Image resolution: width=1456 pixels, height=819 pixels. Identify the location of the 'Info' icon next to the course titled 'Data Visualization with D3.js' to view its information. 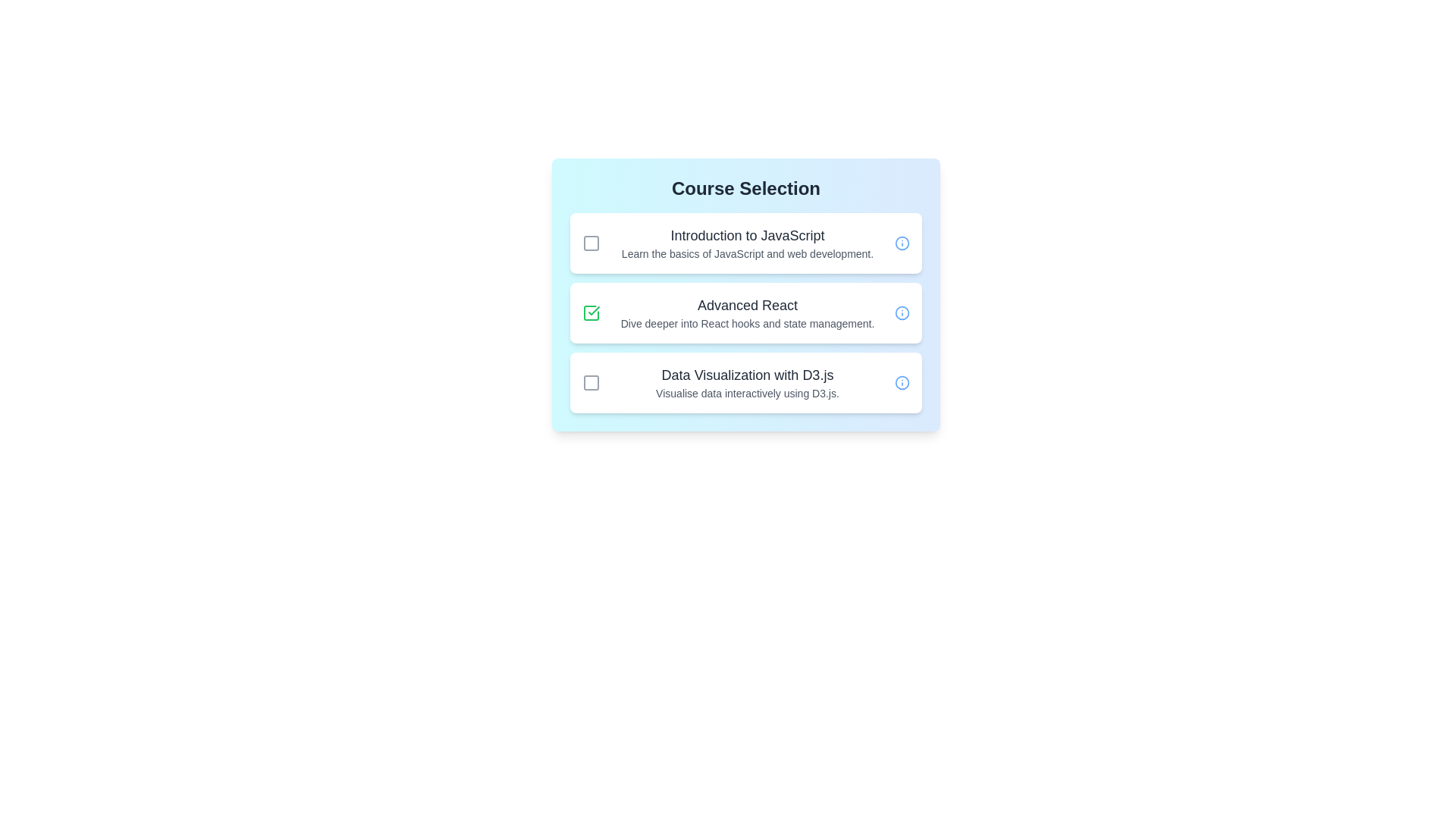
(902, 382).